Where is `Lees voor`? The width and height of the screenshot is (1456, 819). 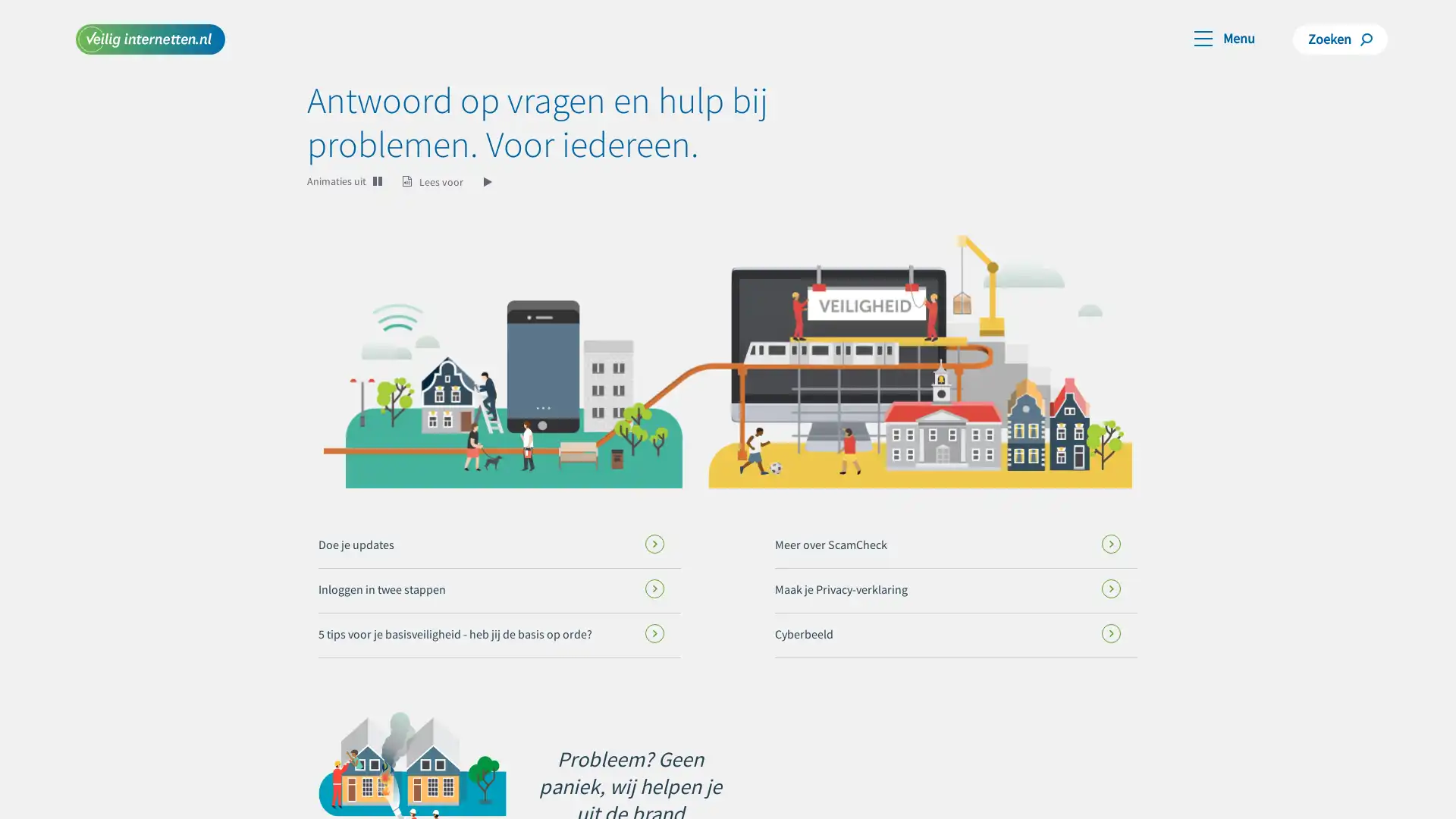
Lees voor is located at coordinates (449, 180).